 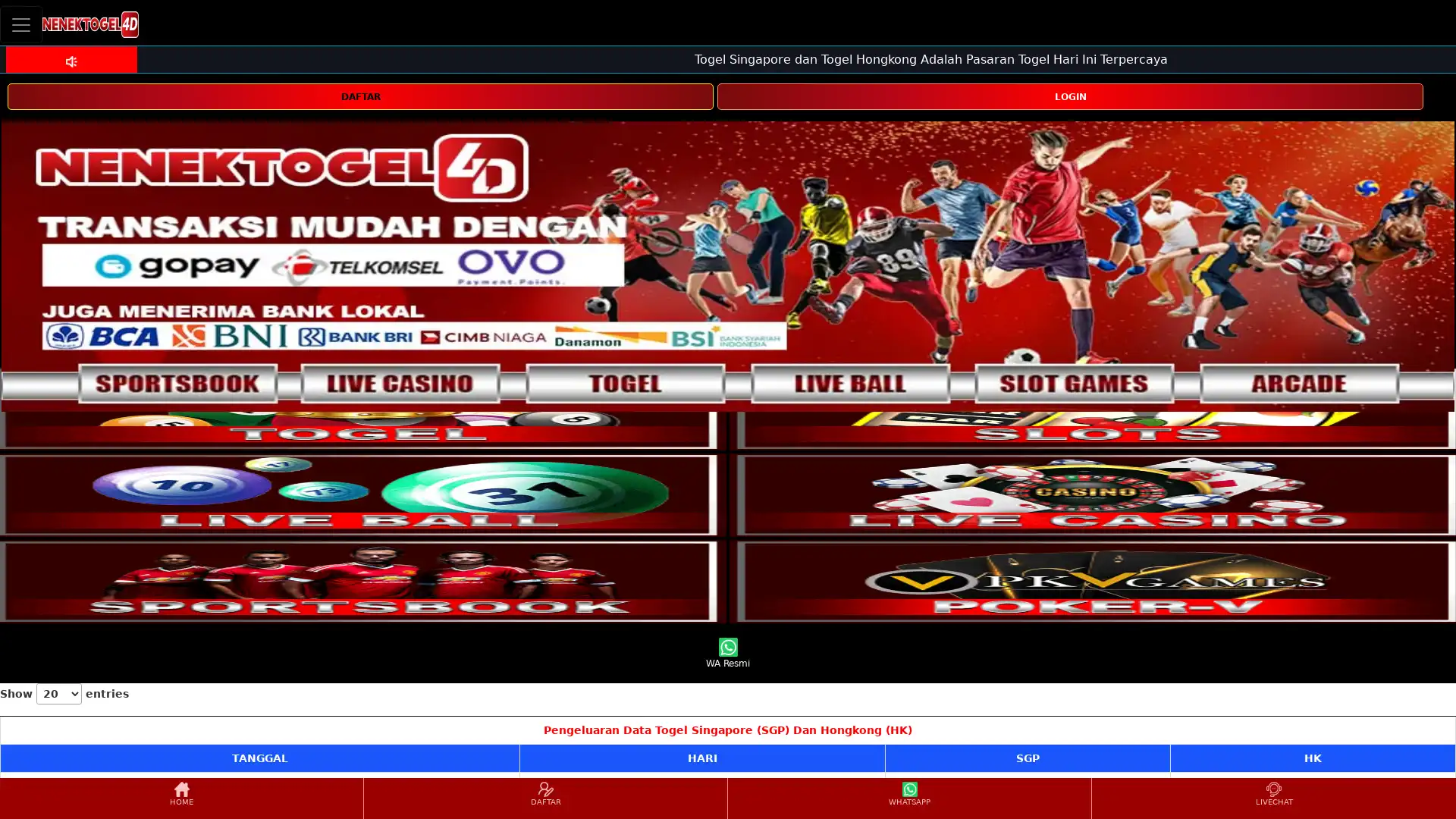 I want to click on LOGIN, so click(x=1069, y=96).